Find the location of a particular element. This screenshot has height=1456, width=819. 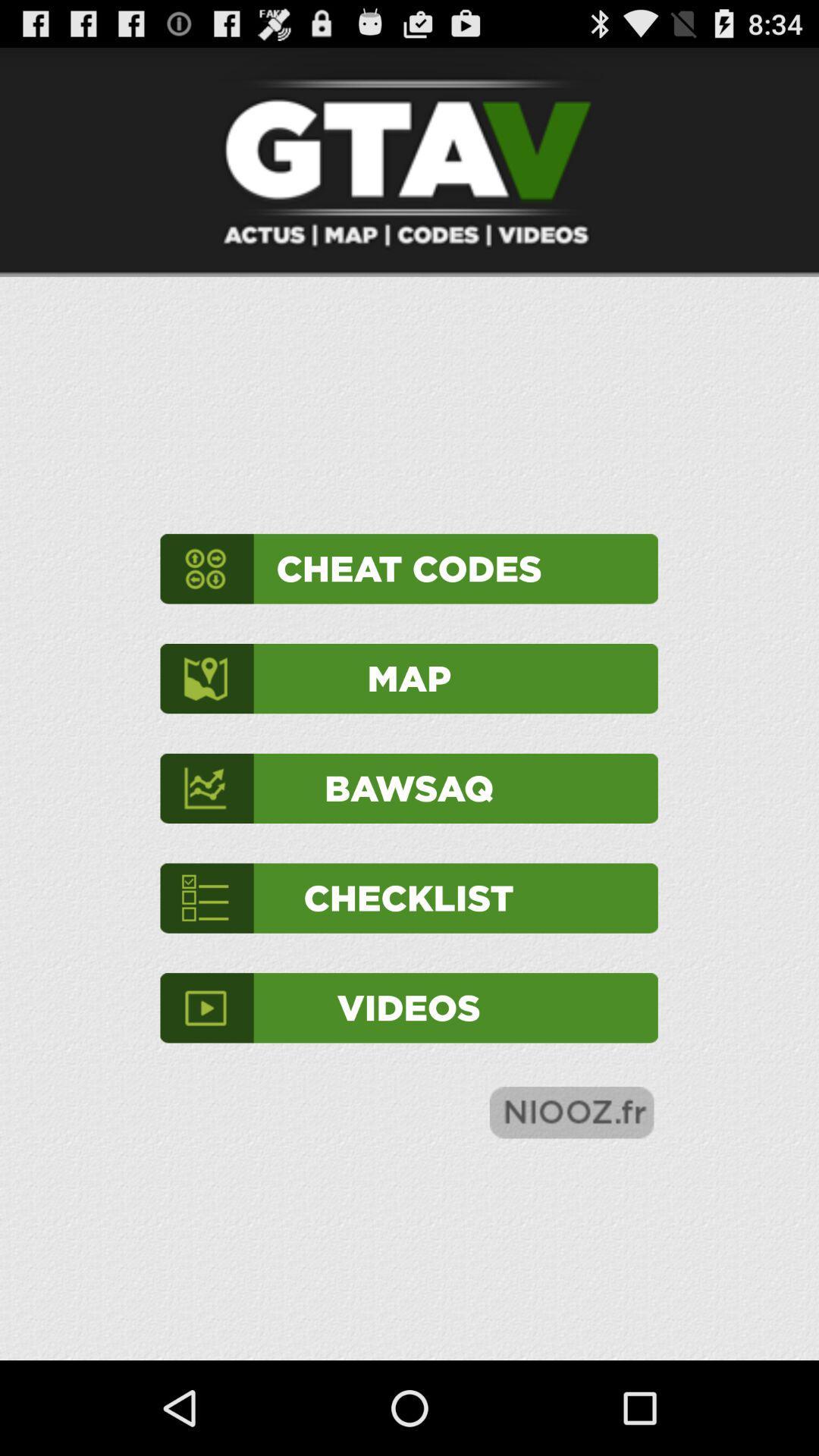

the checklist is located at coordinates (408, 898).